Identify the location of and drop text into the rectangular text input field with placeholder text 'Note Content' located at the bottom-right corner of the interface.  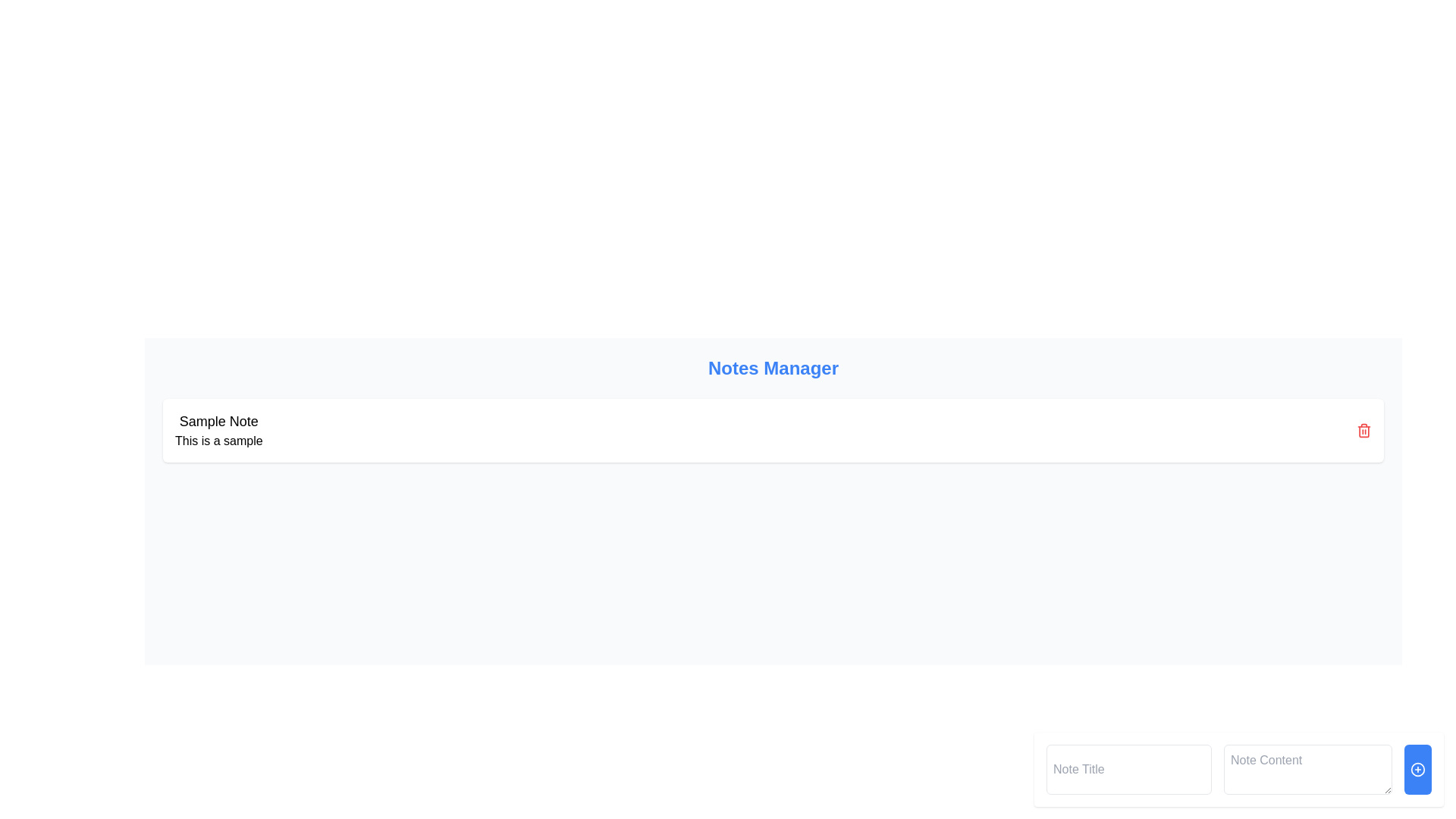
(1307, 769).